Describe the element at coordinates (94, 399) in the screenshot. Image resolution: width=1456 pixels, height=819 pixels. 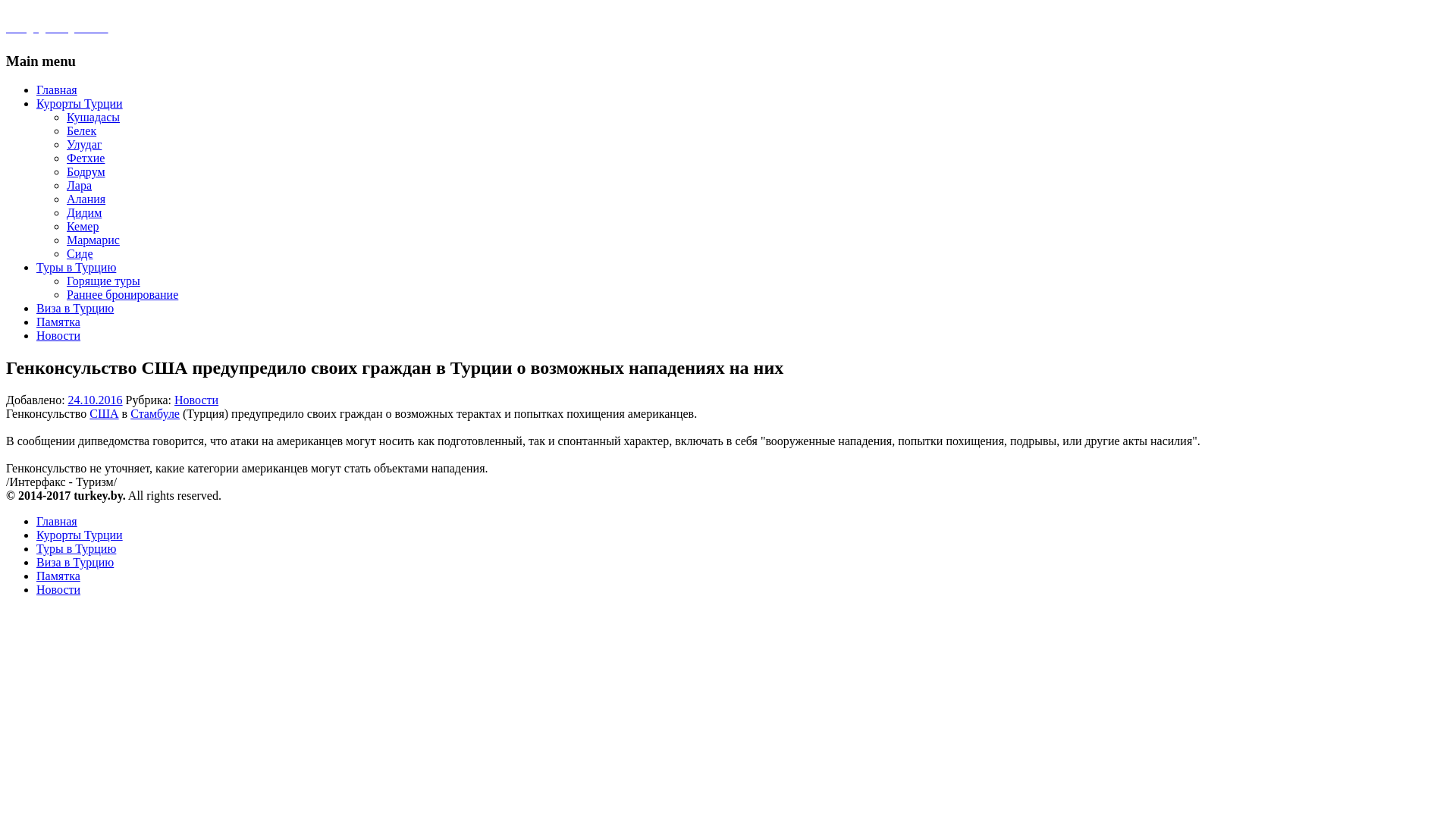
I see `'24.10.2016'` at that location.